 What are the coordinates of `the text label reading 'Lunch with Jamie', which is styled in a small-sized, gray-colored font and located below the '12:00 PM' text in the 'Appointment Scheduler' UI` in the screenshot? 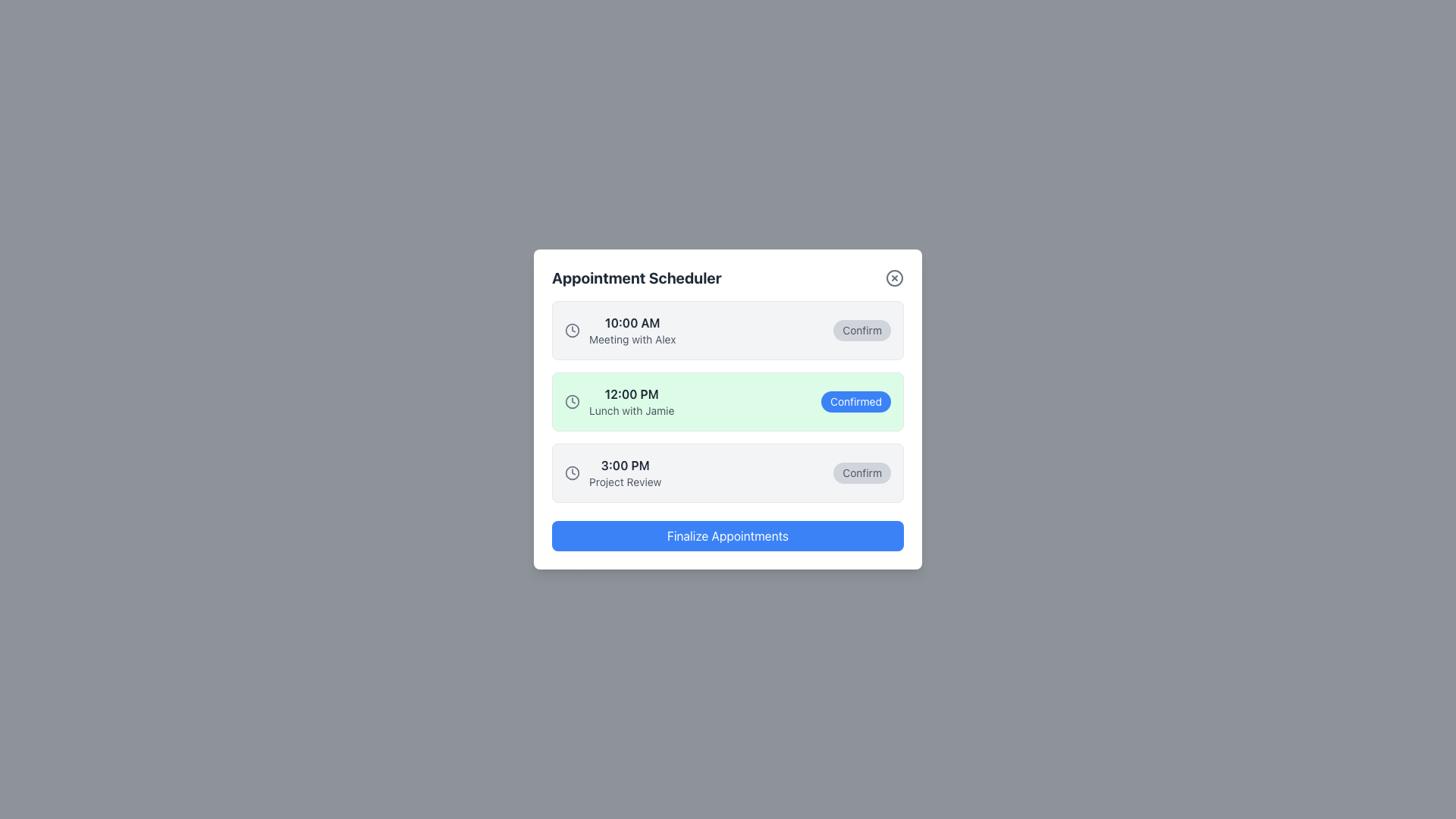 It's located at (632, 411).